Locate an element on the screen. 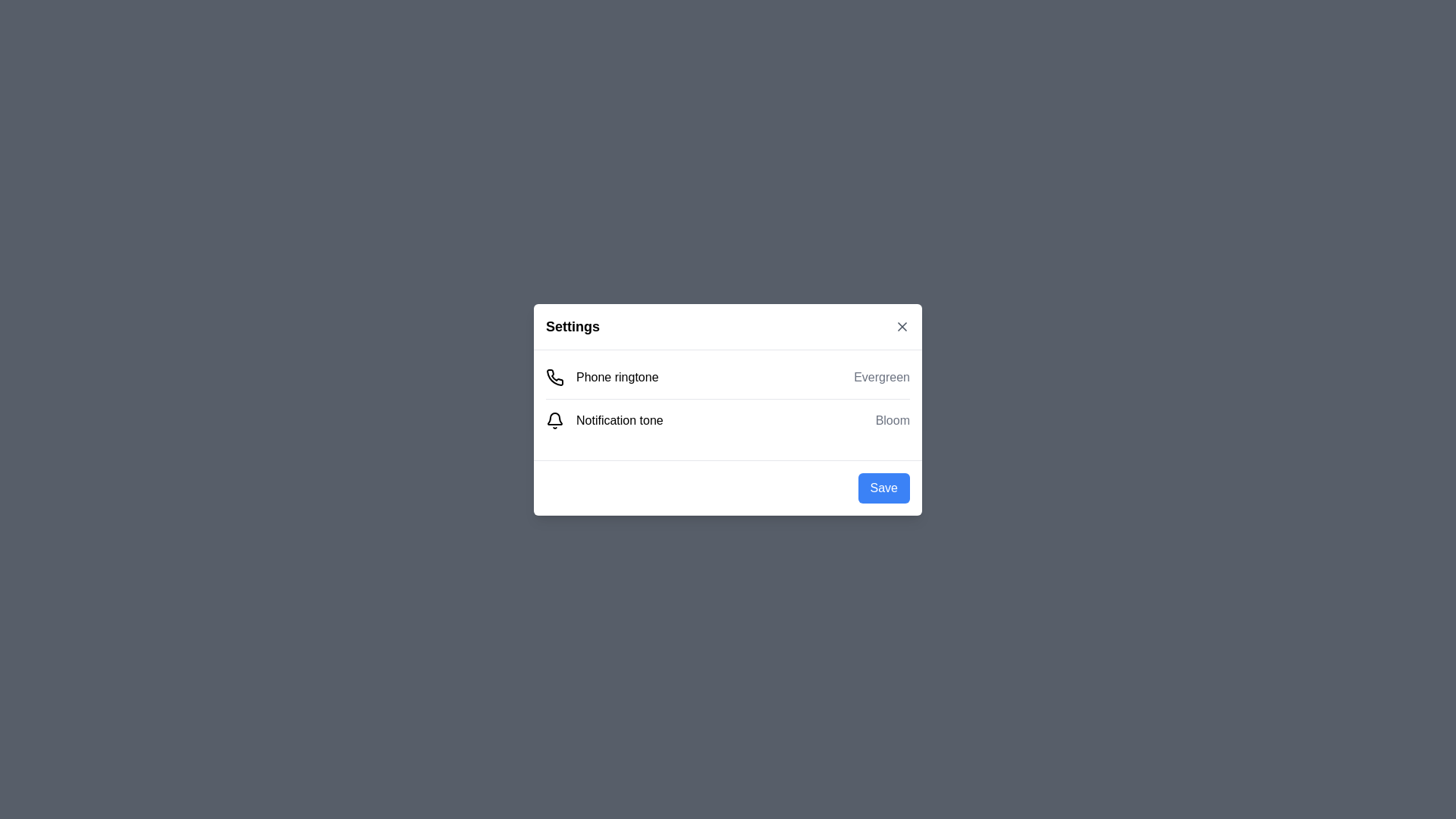 The width and height of the screenshot is (1456, 819). the inner vector graphic element of the close button in the top-right corner of the settings dialog to visually emphasize it is located at coordinates (902, 325).